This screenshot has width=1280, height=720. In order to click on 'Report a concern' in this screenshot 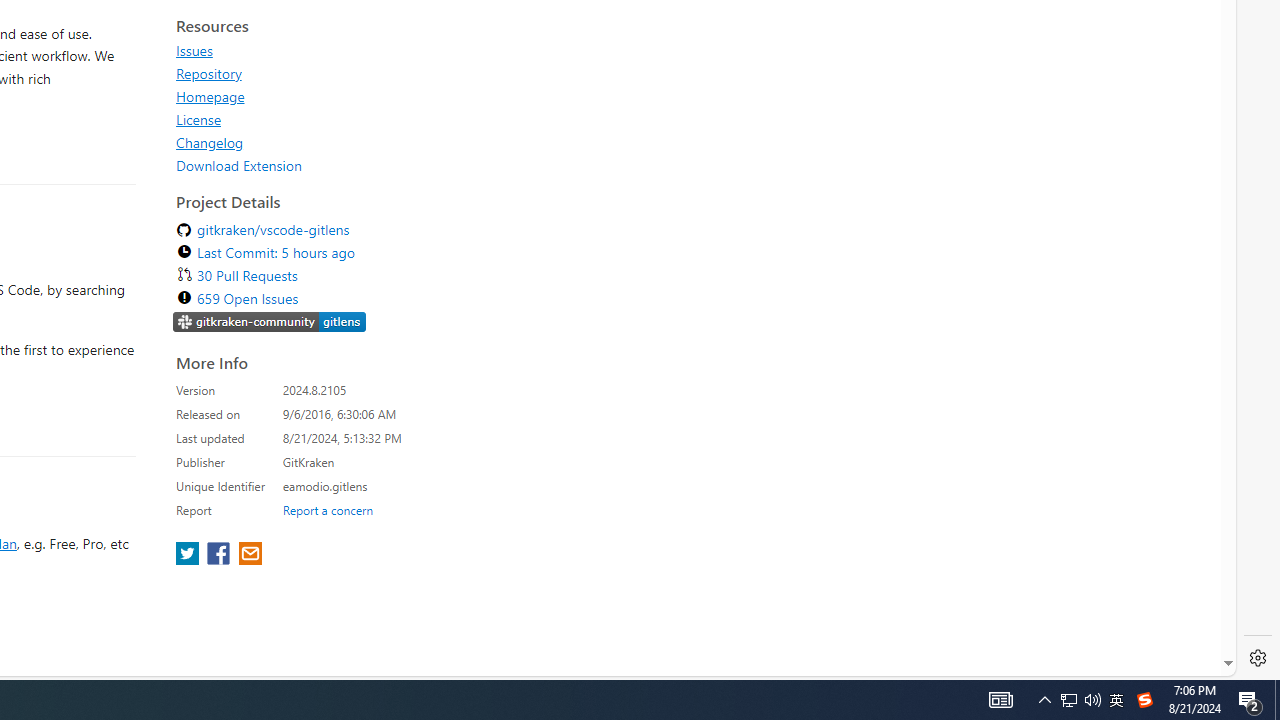, I will do `click(327, 508)`.